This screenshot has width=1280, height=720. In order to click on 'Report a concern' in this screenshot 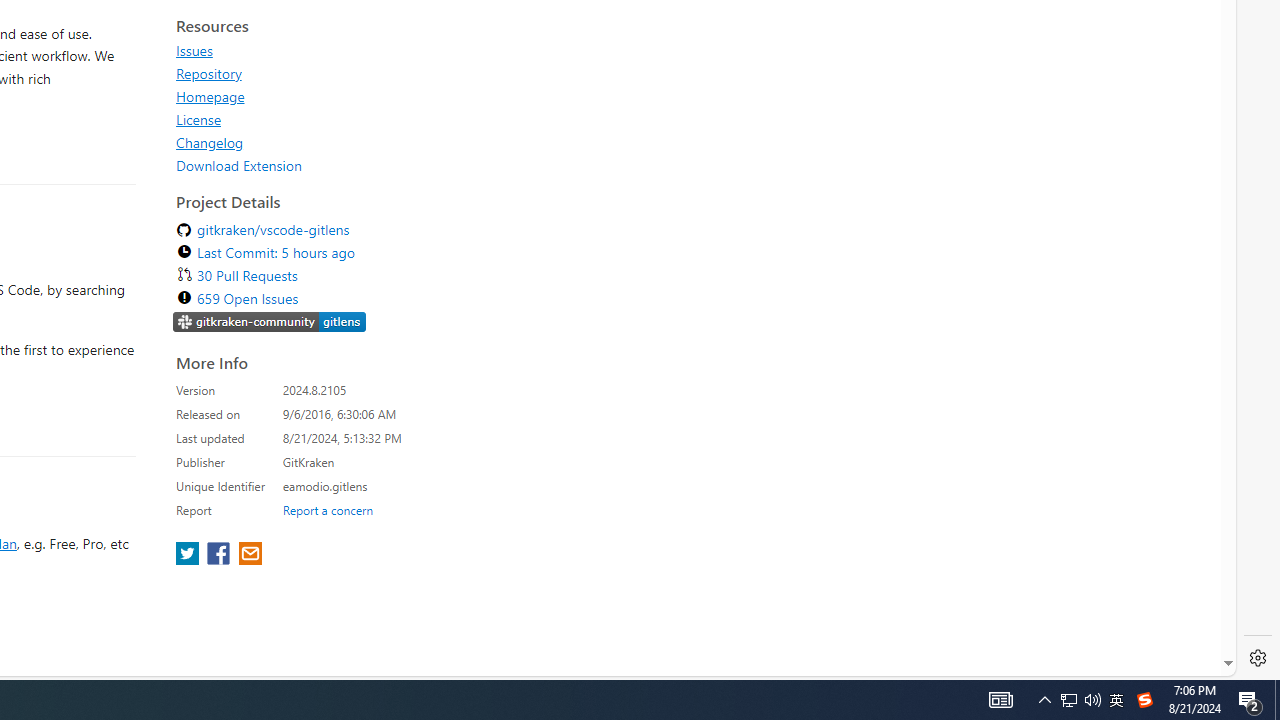, I will do `click(327, 508)`.